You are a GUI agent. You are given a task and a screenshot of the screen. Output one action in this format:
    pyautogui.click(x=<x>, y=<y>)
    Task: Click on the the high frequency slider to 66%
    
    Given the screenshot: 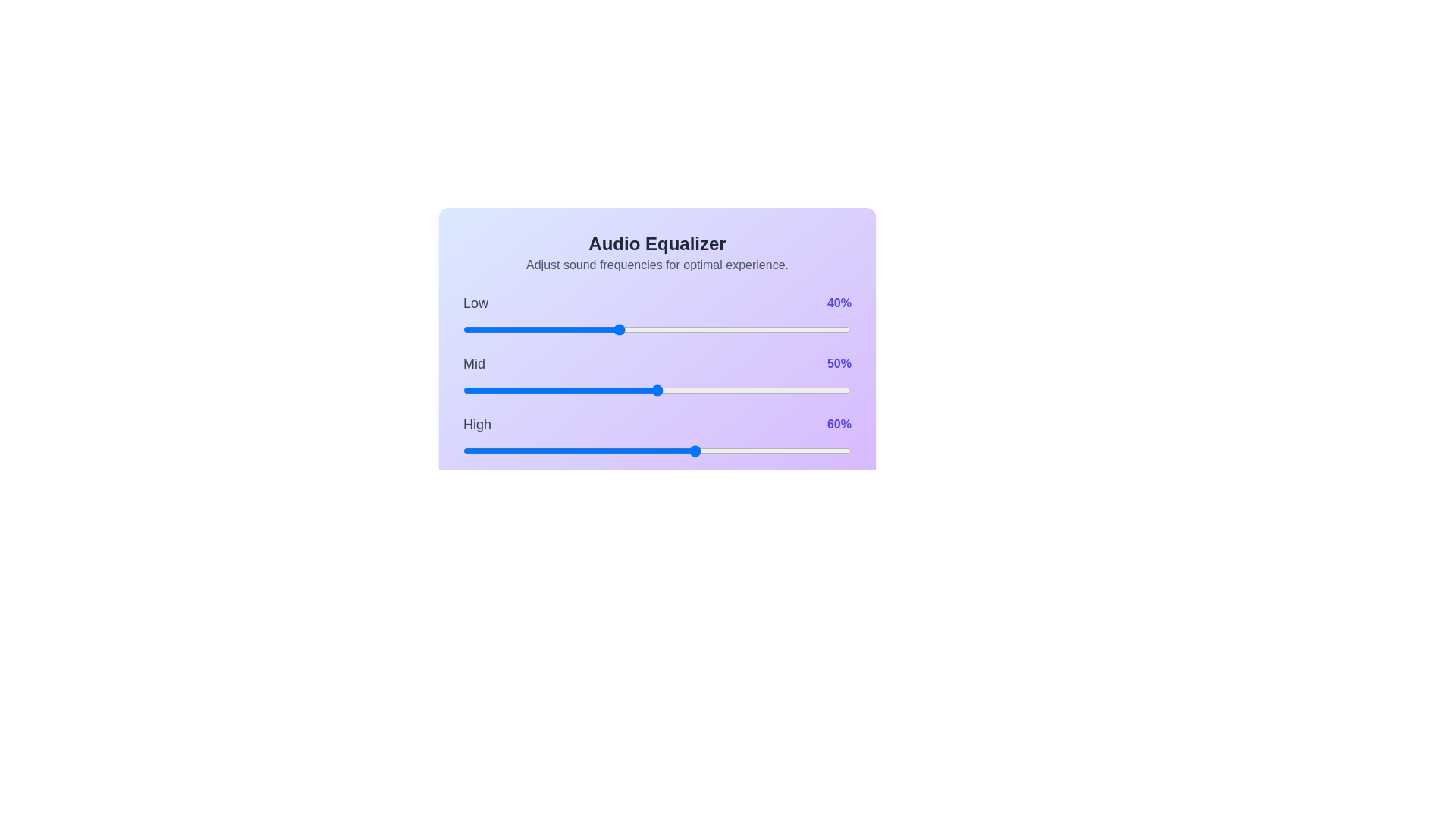 What is the action you would take?
    pyautogui.click(x=718, y=450)
    